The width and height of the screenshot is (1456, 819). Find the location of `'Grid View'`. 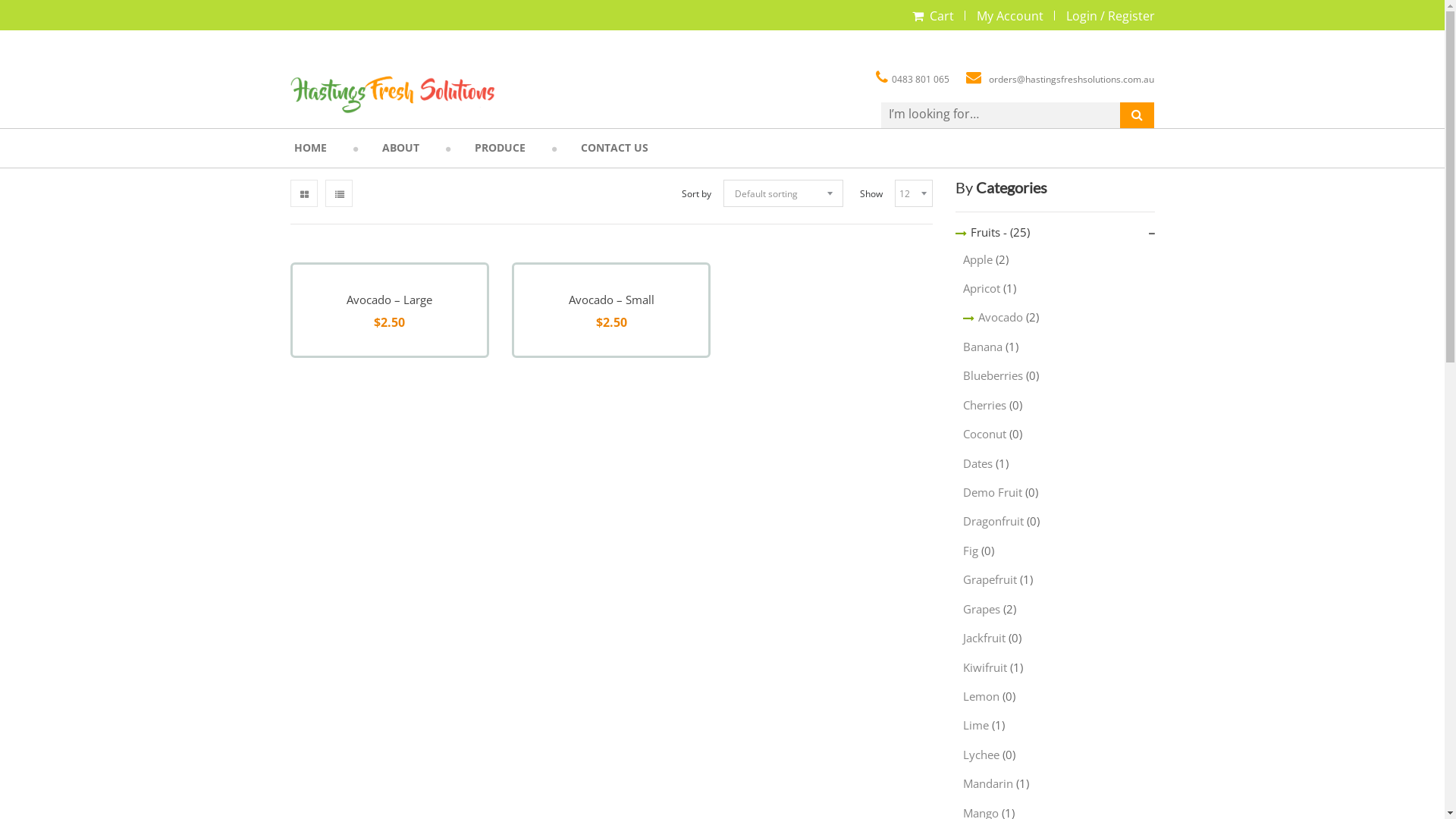

'Grid View' is located at coordinates (303, 192).